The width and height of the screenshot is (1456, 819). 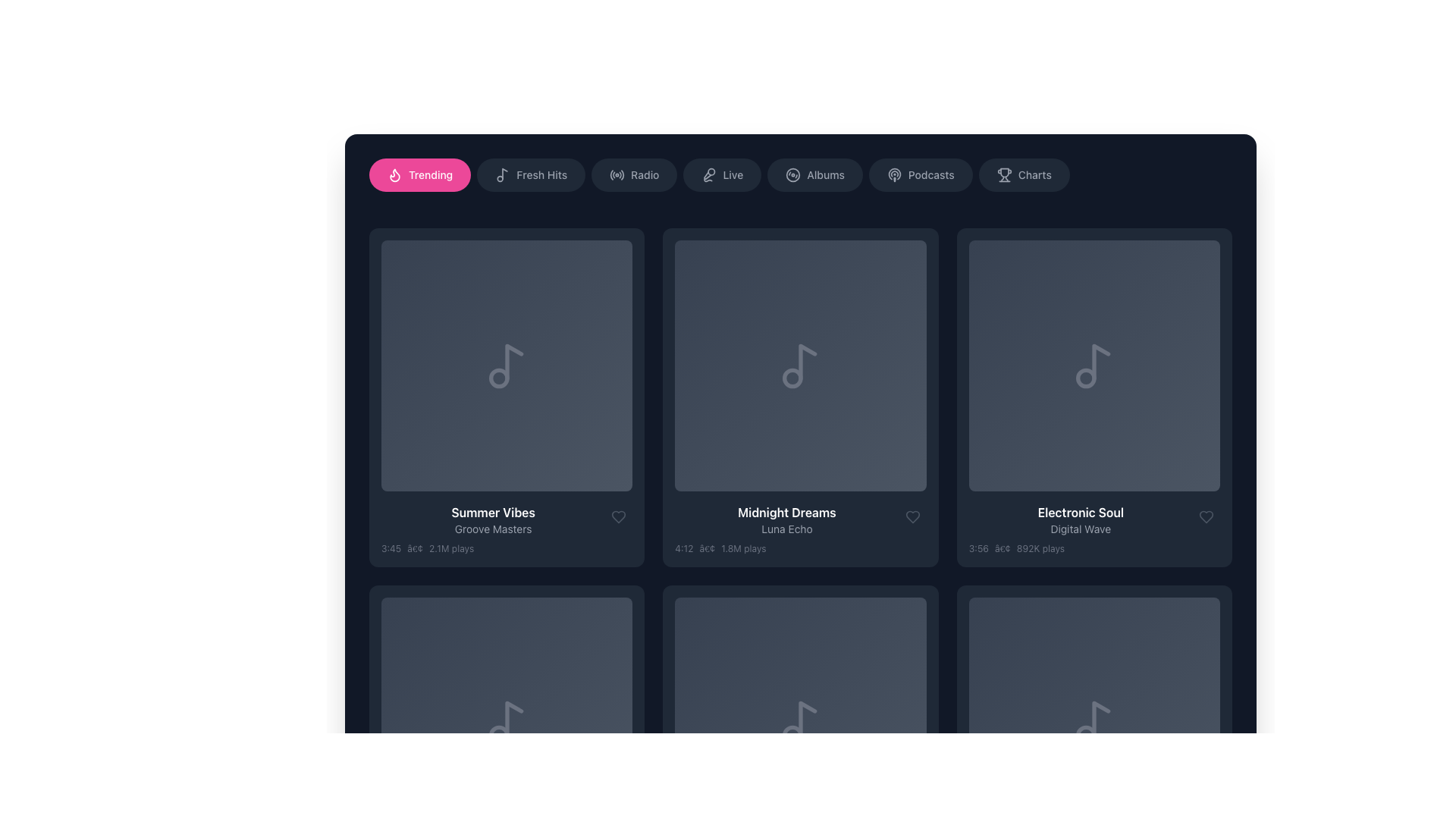 I want to click on the SVG circle component used as a decorative element of the 'Albums' navigation button located in the top navigation bar, so click(x=792, y=174).